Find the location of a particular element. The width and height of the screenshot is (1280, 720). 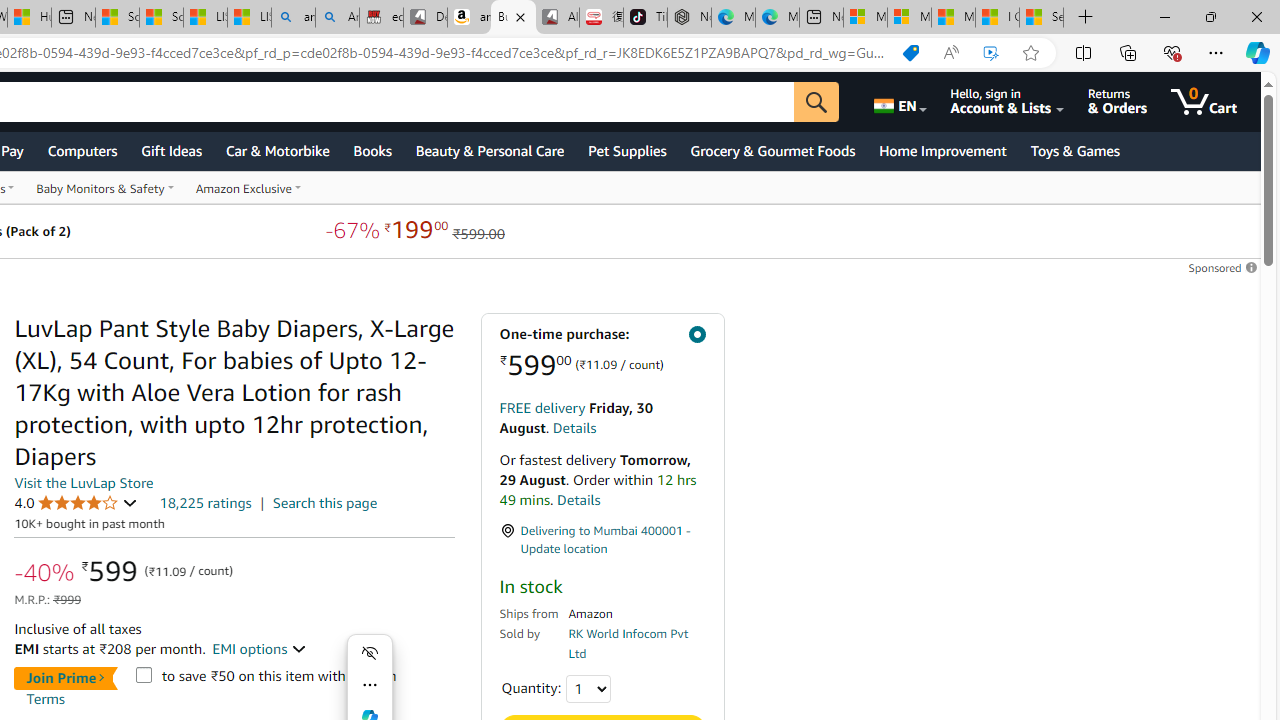

'Microsoft account | Privacy' is located at coordinates (908, 17).